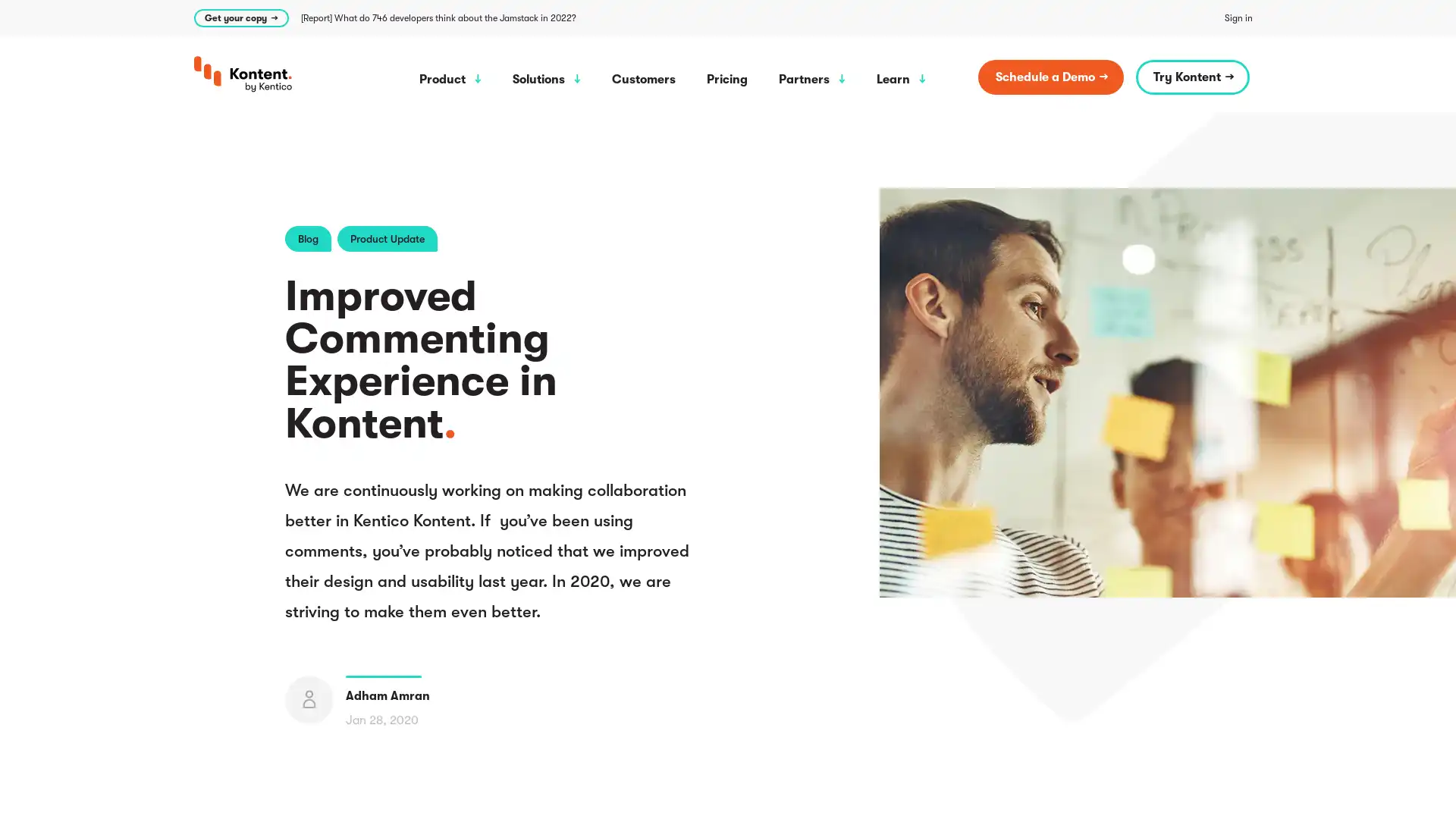 This screenshot has width=1456, height=819. Describe the element at coordinates (971, 370) in the screenshot. I see `Cookie settings` at that location.